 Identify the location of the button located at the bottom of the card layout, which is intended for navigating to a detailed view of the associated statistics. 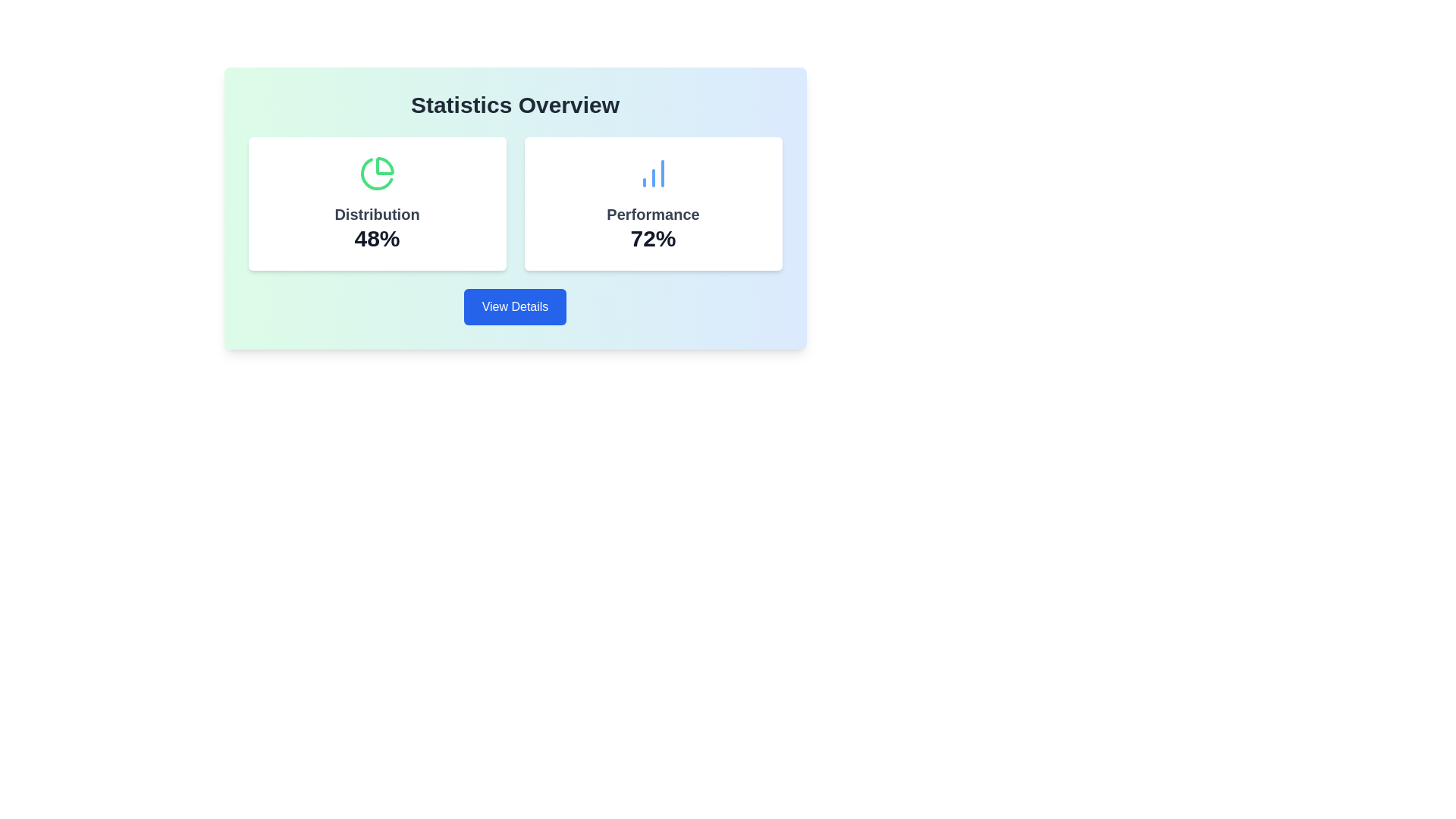
(515, 307).